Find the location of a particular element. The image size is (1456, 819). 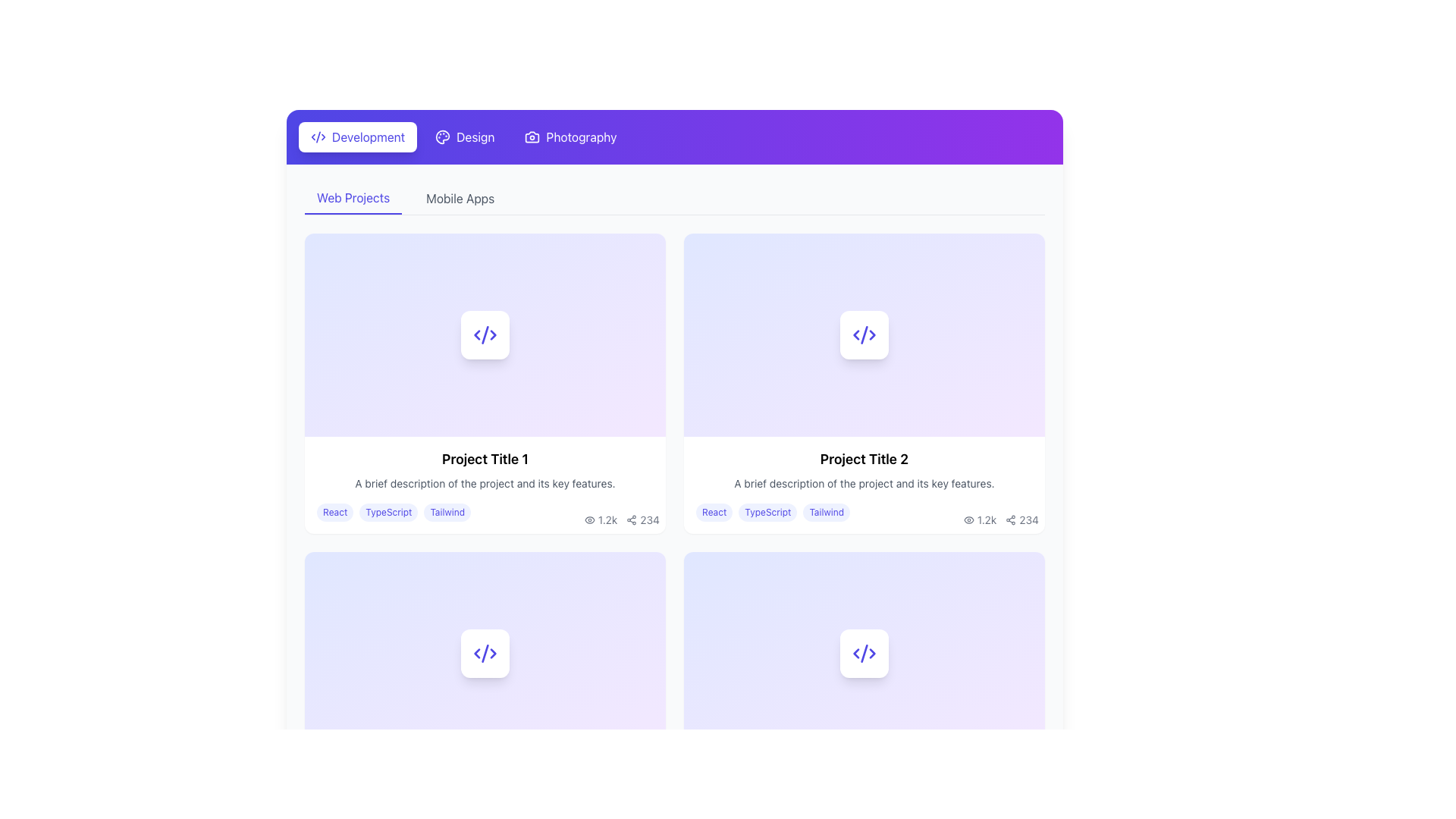

the artistic design category icon located in the header section is located at coordinates (442, 137).